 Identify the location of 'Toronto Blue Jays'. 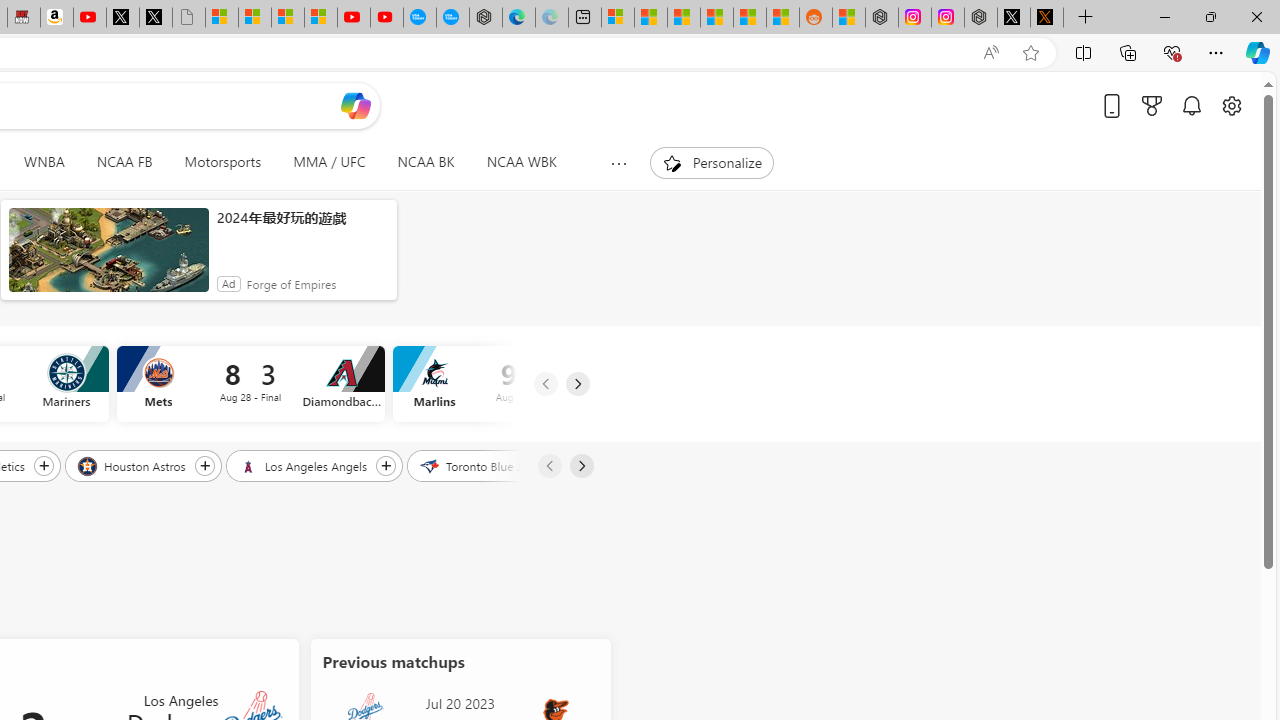
(481, 465).